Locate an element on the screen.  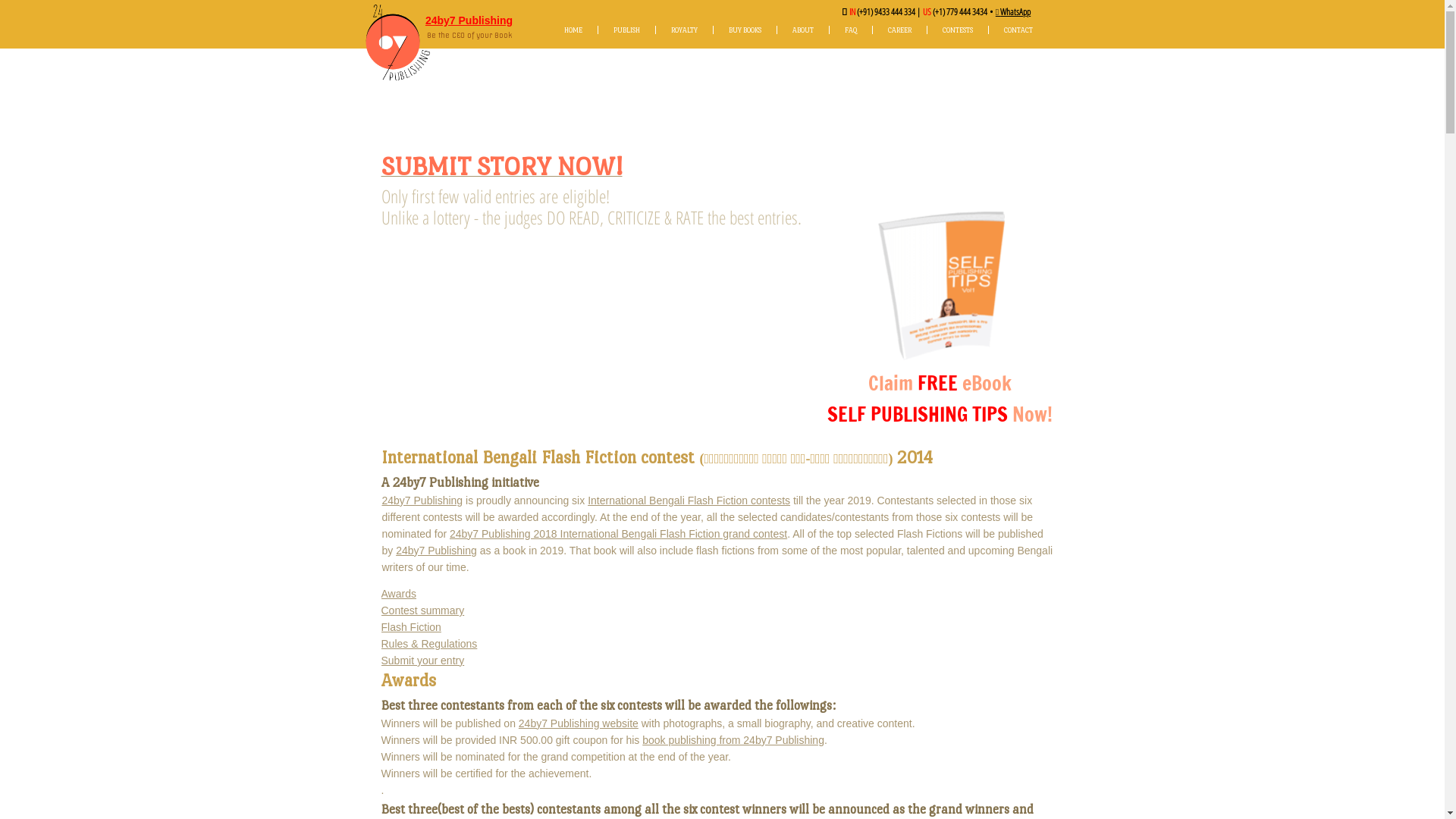
'FAQ' is located at coordinates (828, 30).